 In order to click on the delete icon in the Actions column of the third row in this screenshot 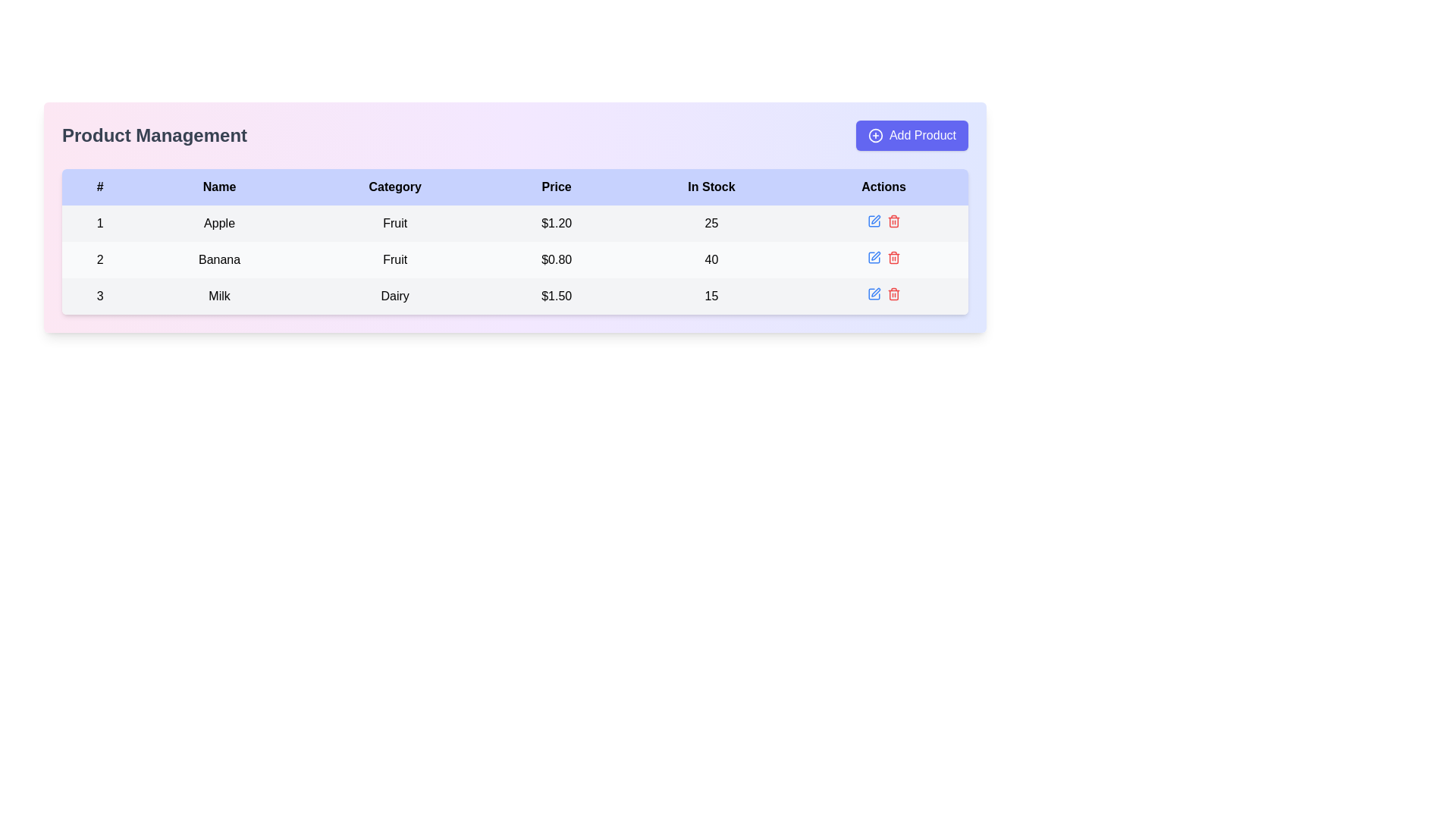, I will do `click(883, 294)`.